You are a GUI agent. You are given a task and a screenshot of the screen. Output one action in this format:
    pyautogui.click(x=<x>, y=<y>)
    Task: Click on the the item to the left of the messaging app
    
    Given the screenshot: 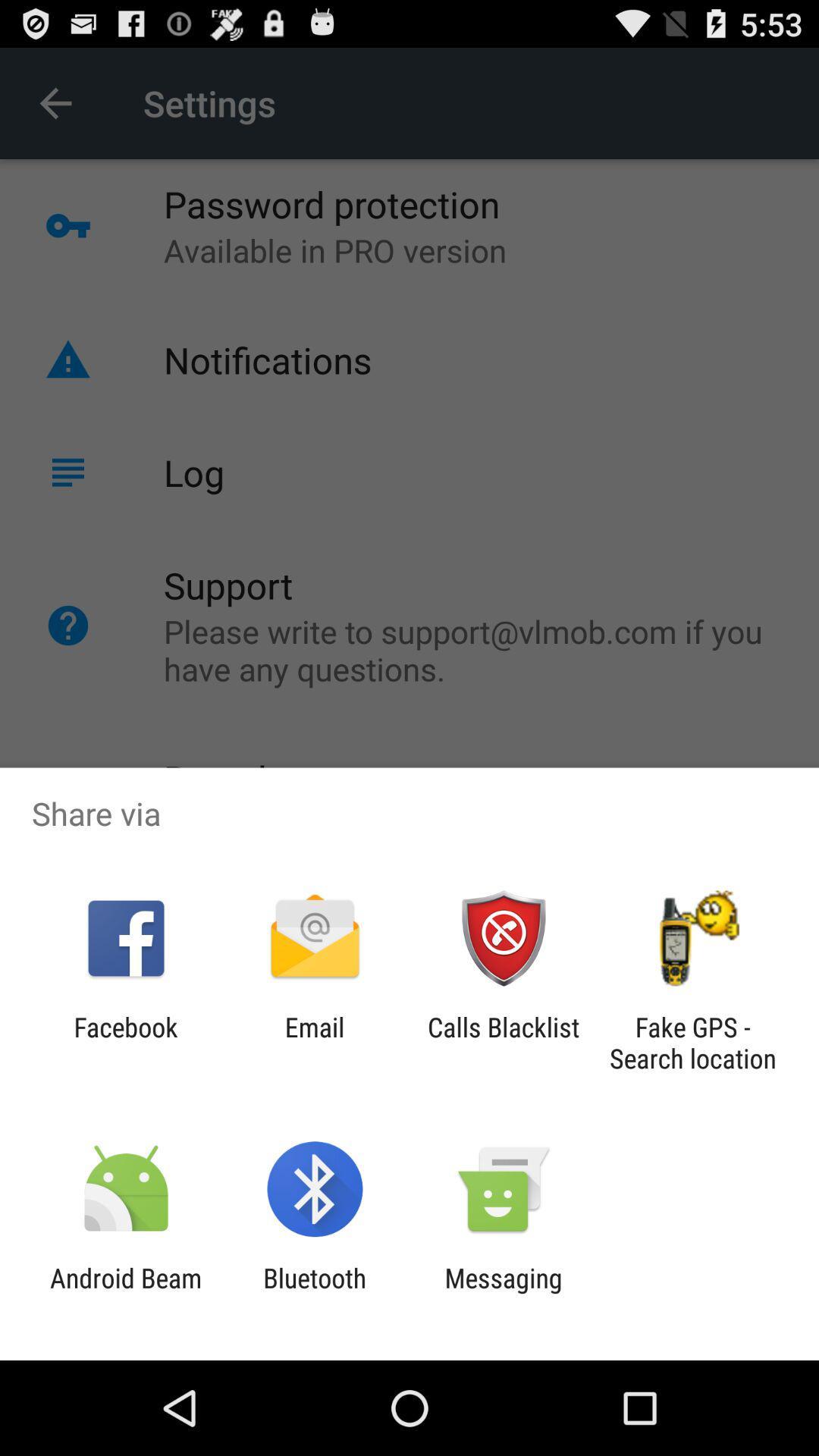 What is the action you would take?
    pyautogui.click(x=314, y=1293)
    